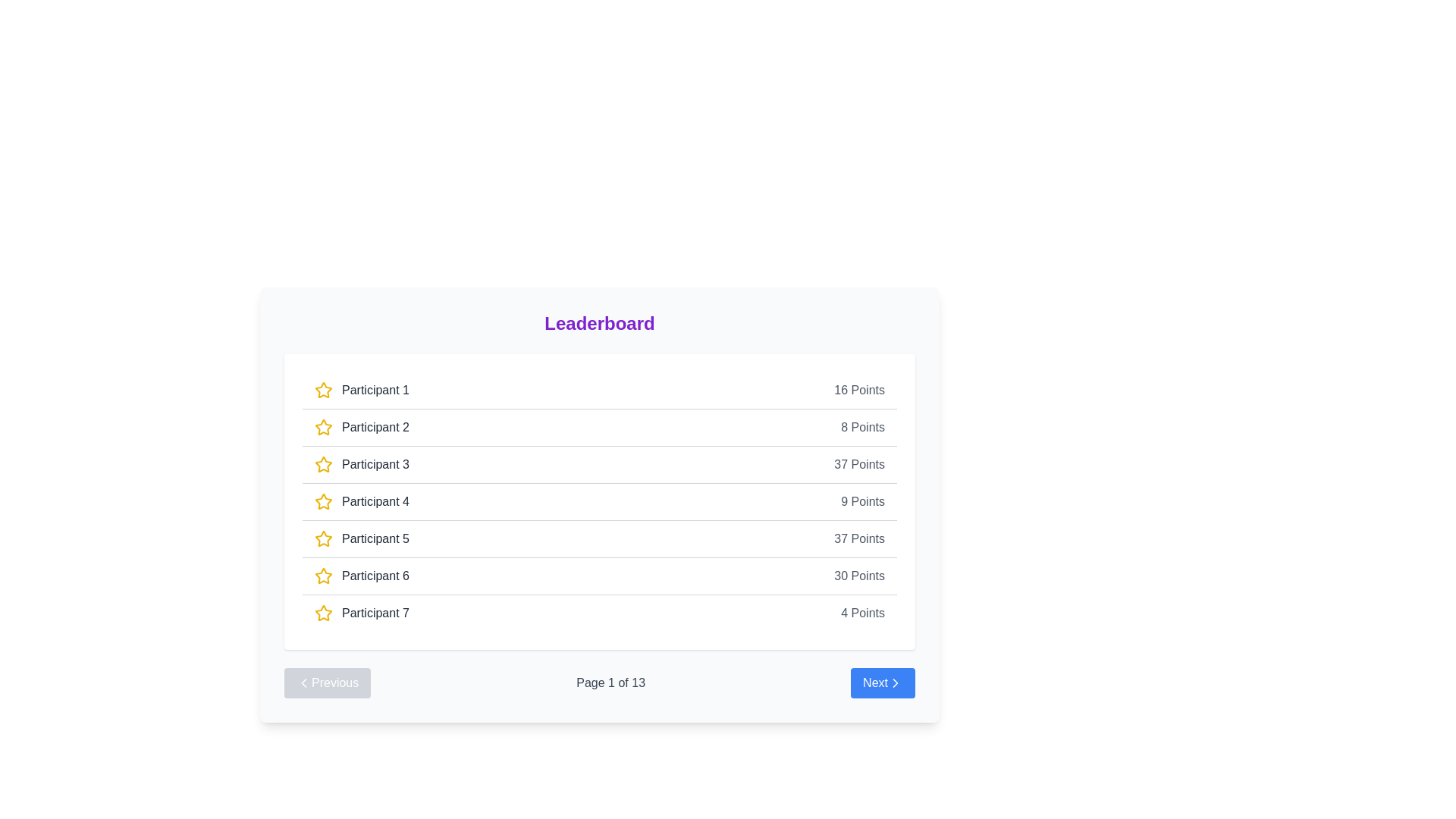  I want to click on the star icon located to the left of the text 'Participant 3' in the leaderboard table, which indicates the rating or achievement of this entry, so click(323, 463).